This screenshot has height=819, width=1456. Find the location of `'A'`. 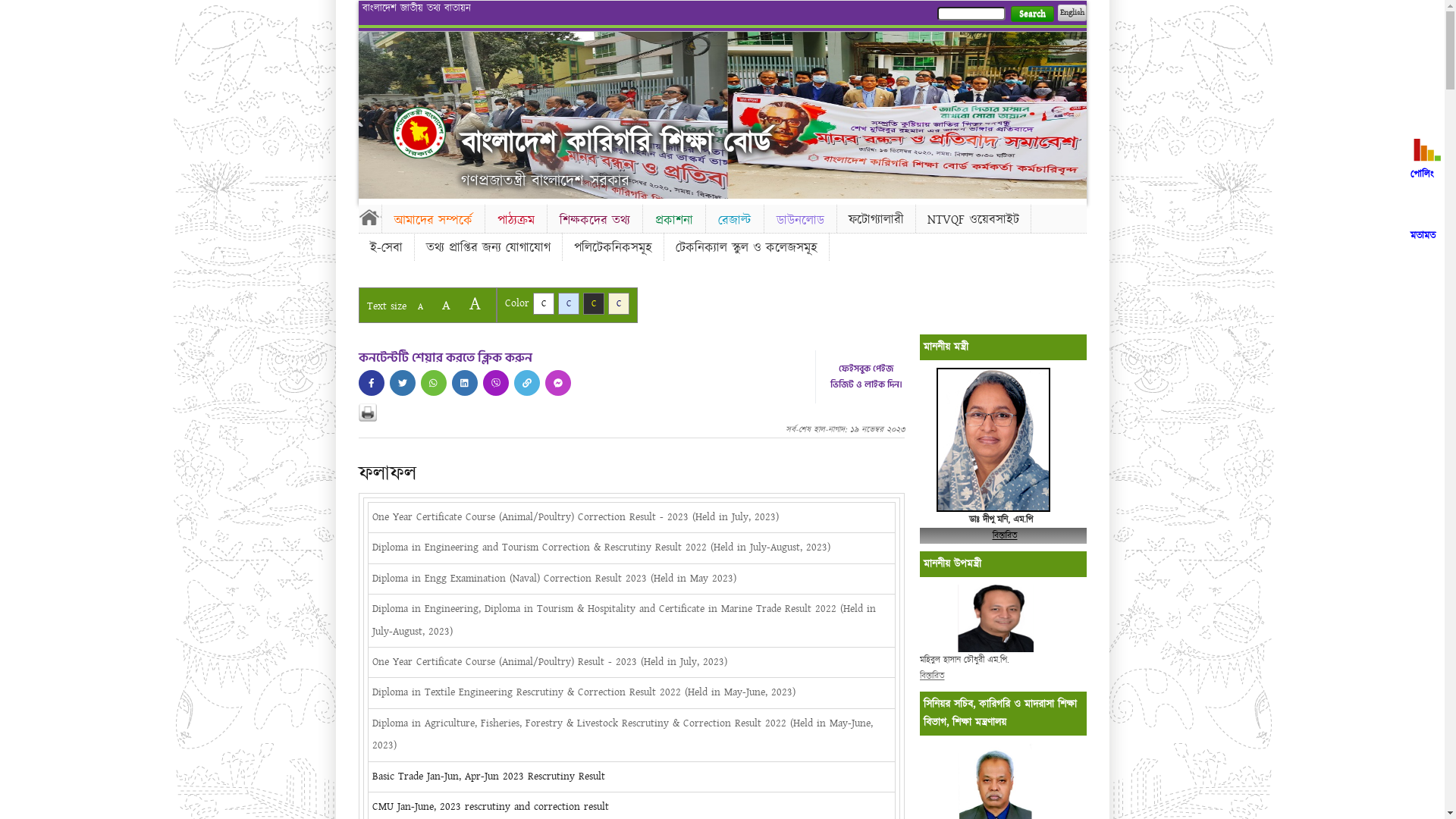

'A' is located at coordinates (473, 303).